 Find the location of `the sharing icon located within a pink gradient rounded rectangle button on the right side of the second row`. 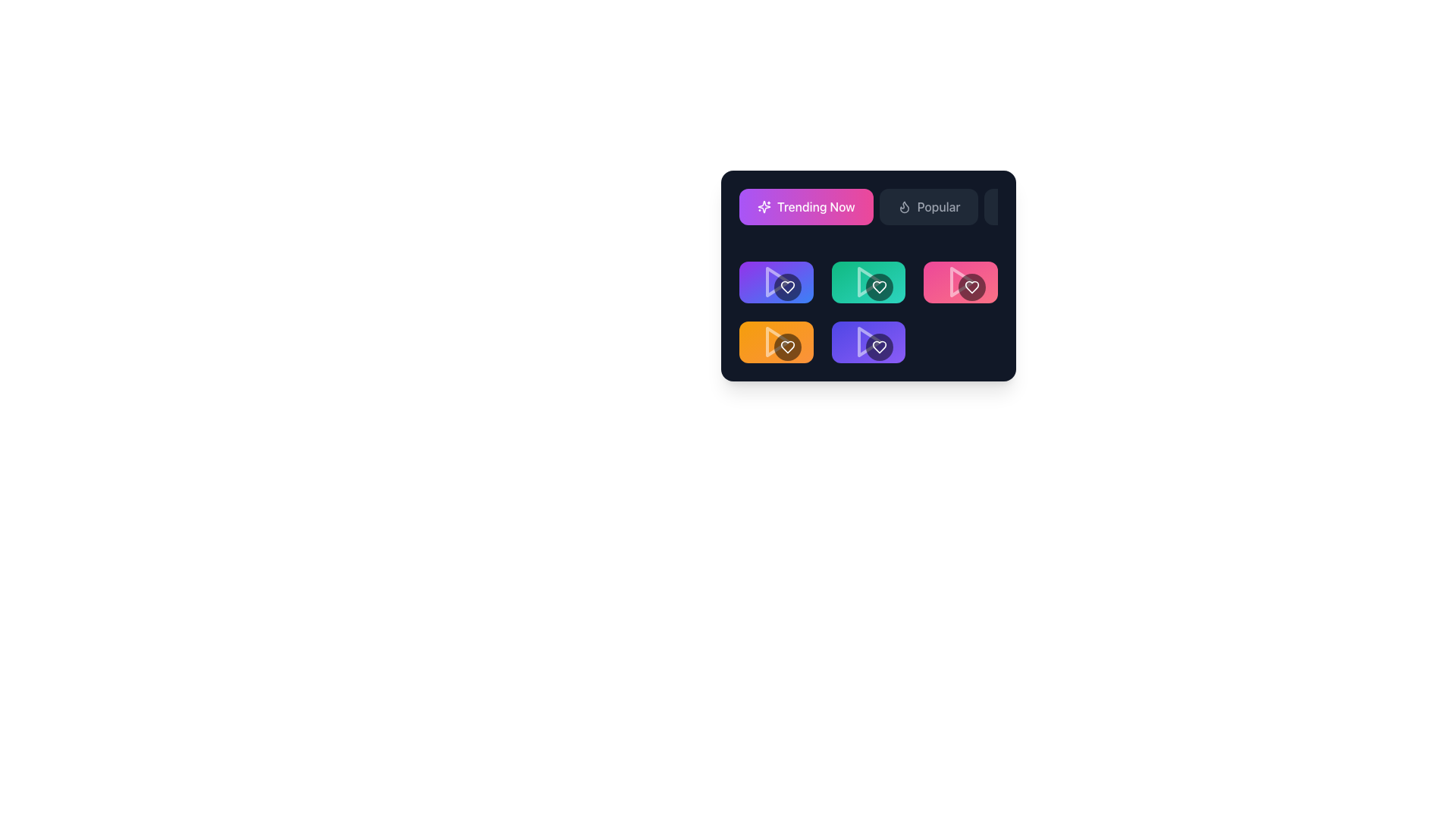

the sharing icon located within a pink gradient rounded rectangle button on the right side of the second row is located at coordinates (944, 275).